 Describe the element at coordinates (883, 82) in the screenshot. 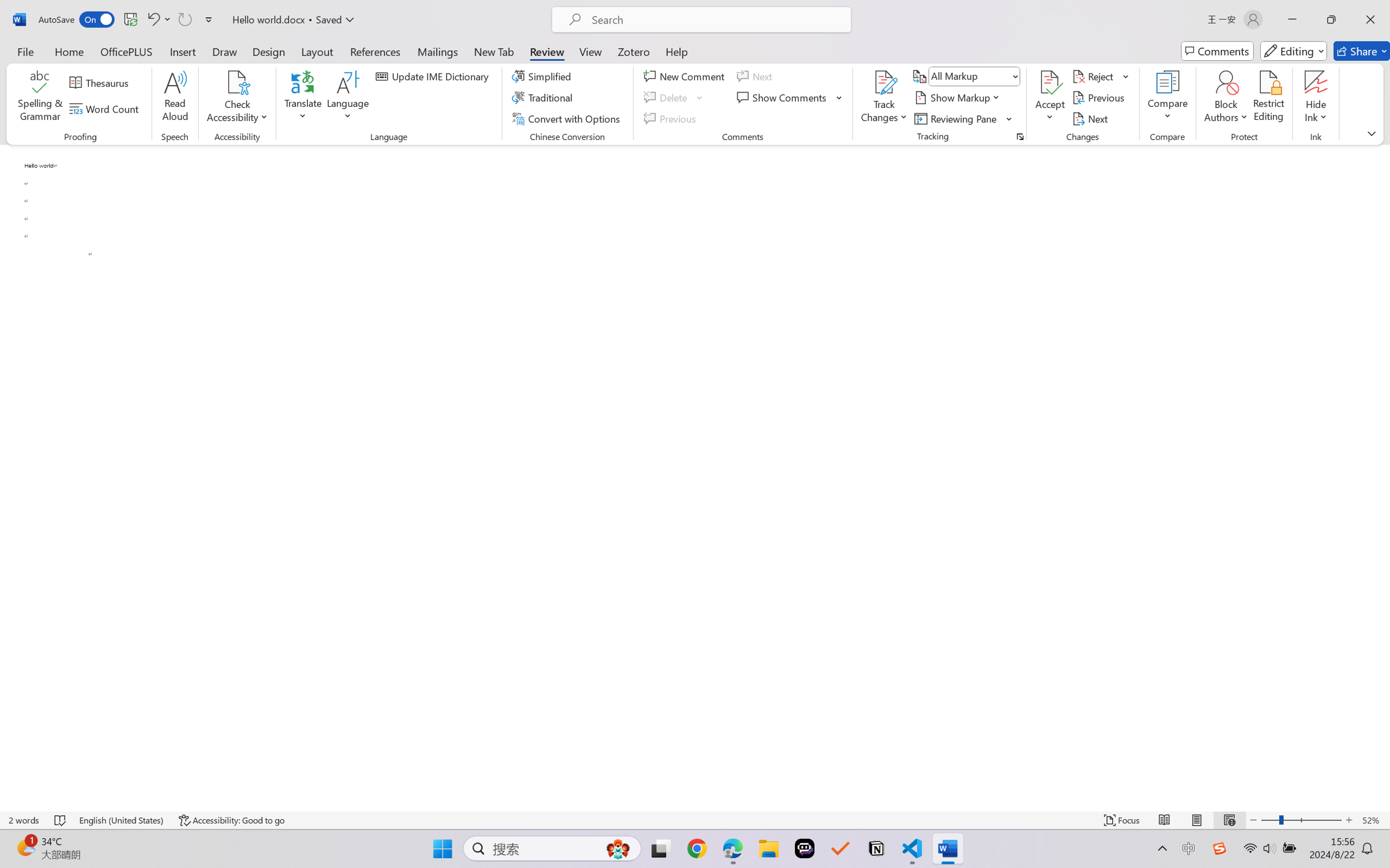

I see `'Track Changes'` at that location.